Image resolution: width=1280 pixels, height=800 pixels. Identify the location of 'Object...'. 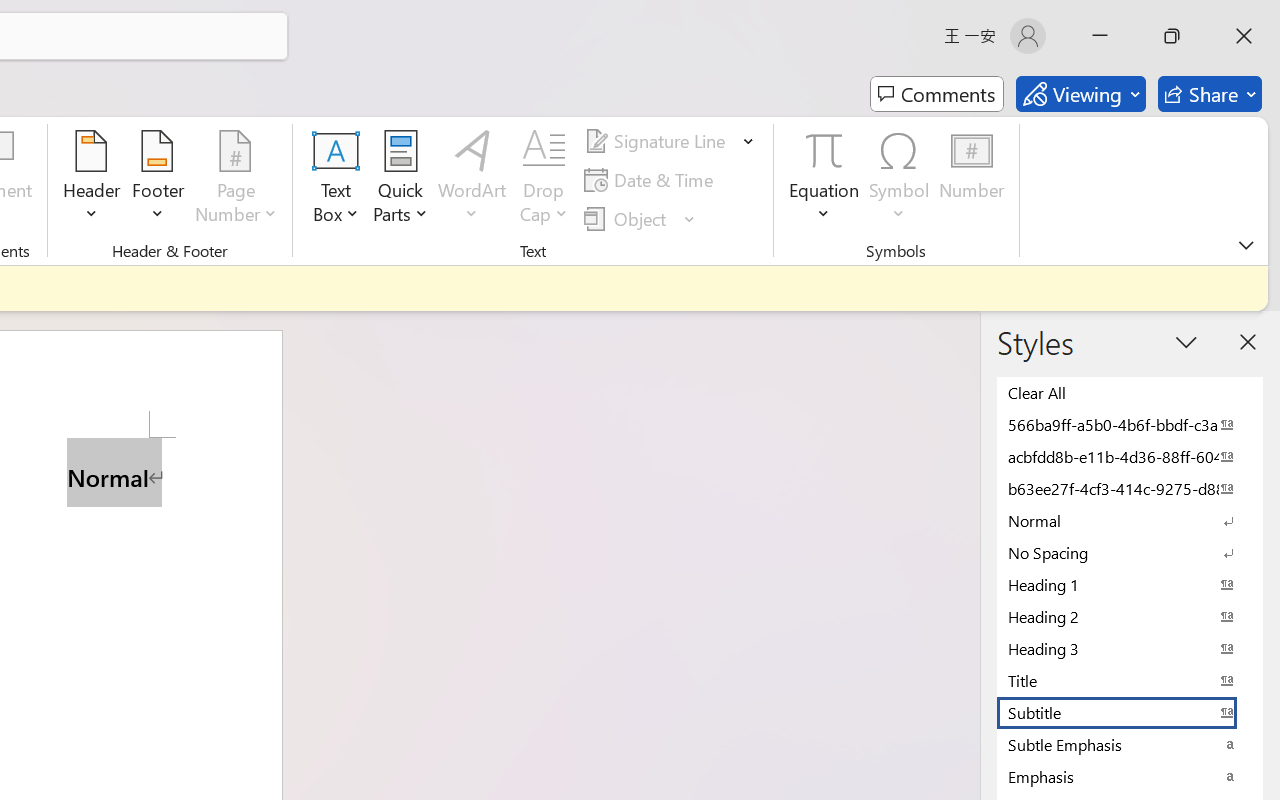
(640, 218).